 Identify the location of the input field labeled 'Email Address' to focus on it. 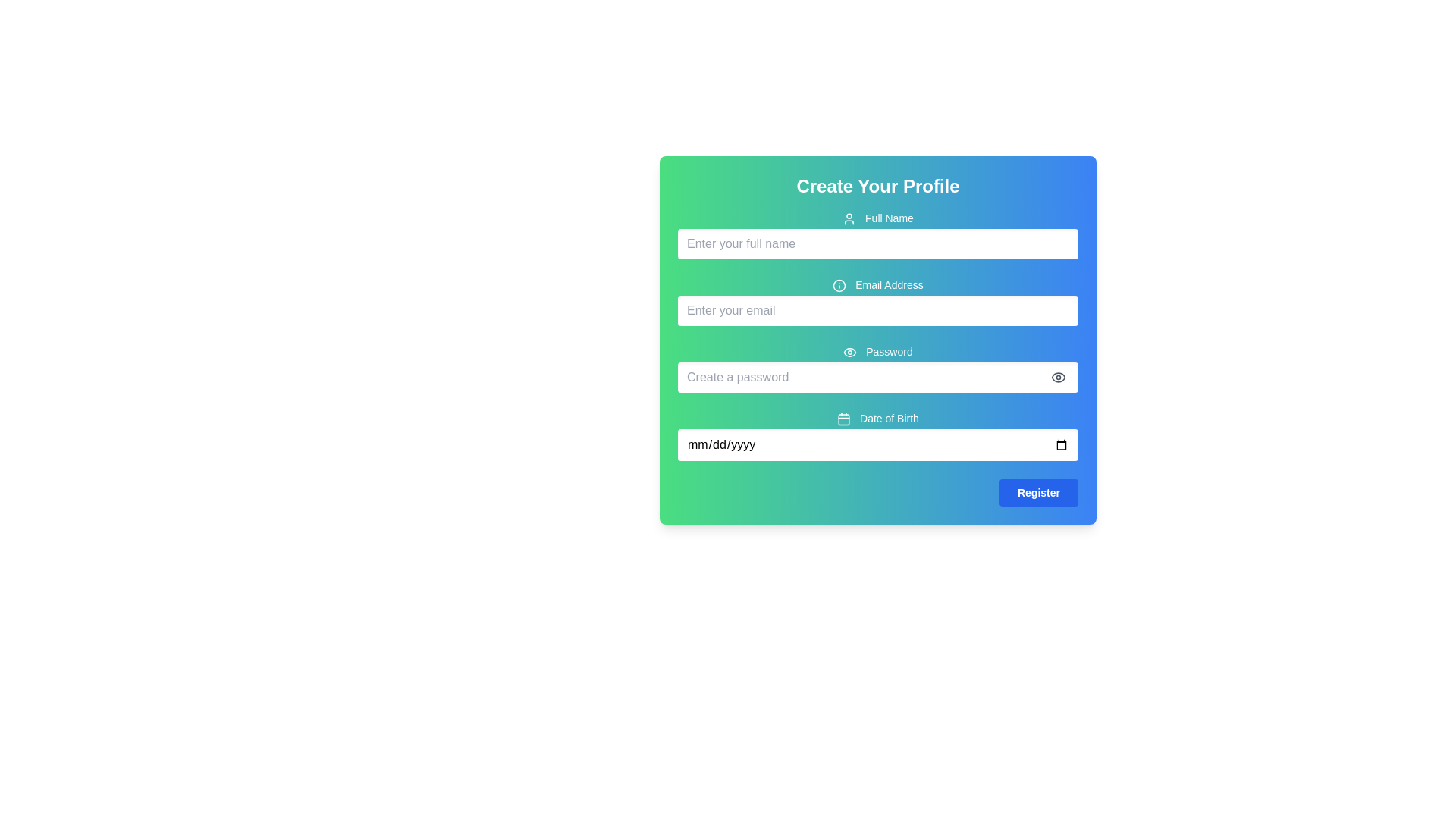
(877, 301).